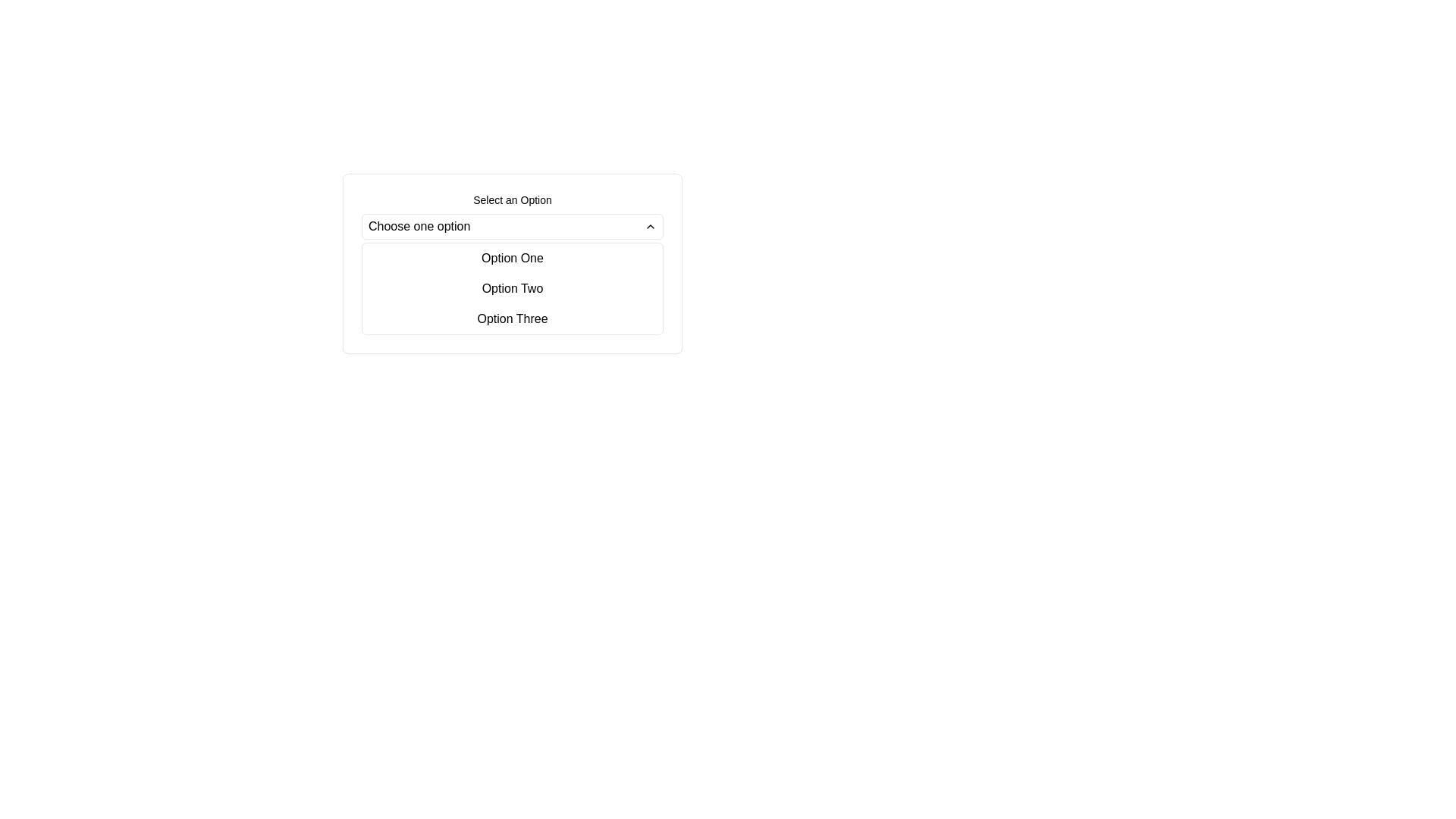  What do you see at coordinates (513, 199) in the screenshot?
I see `the label reading 'Select an Option' which is positioned above the 'Choose one option' dropdown menu` at bounding box center [513, 199].